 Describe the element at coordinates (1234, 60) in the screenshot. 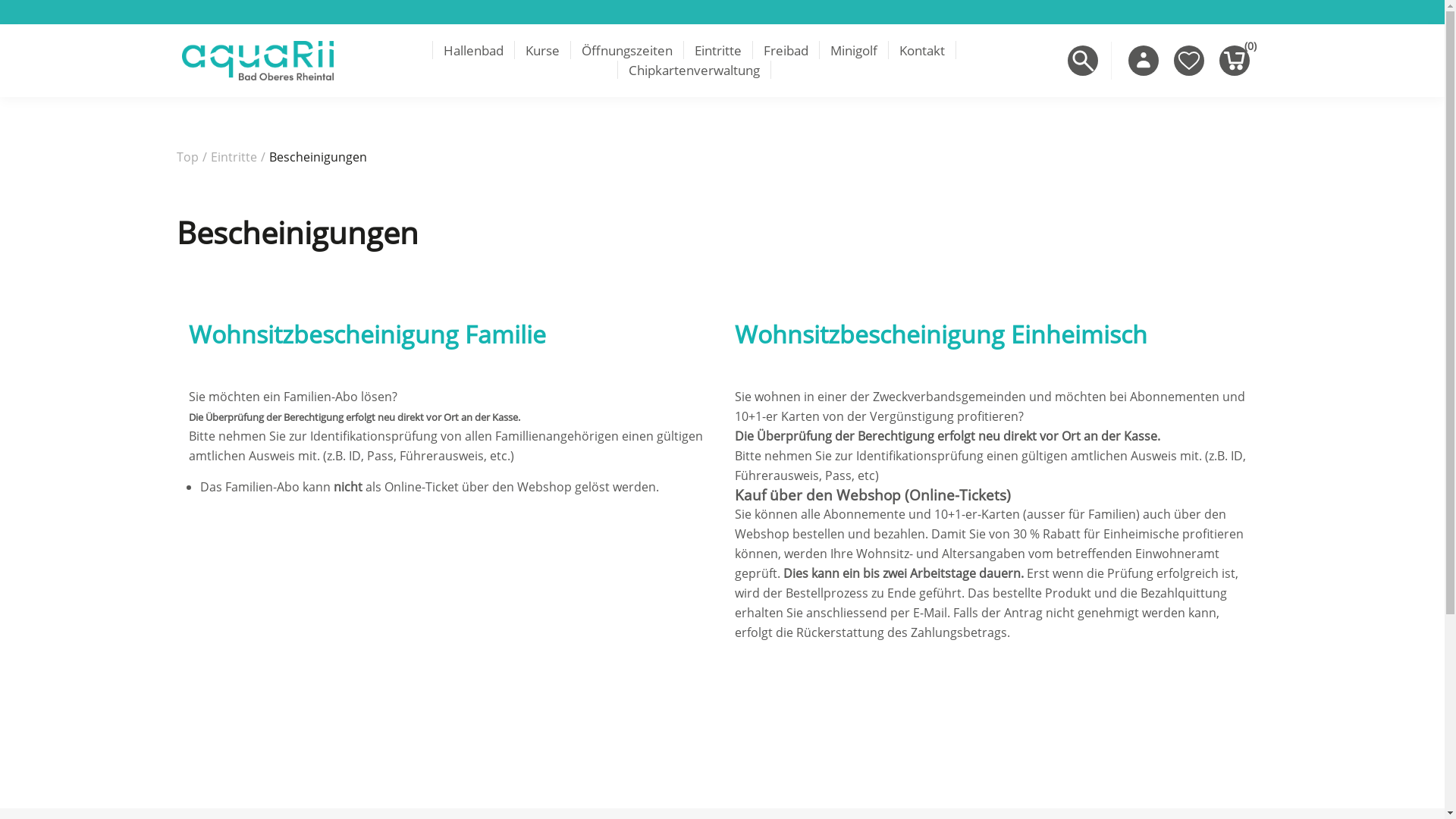

I see `'Warenkorb` at that location.